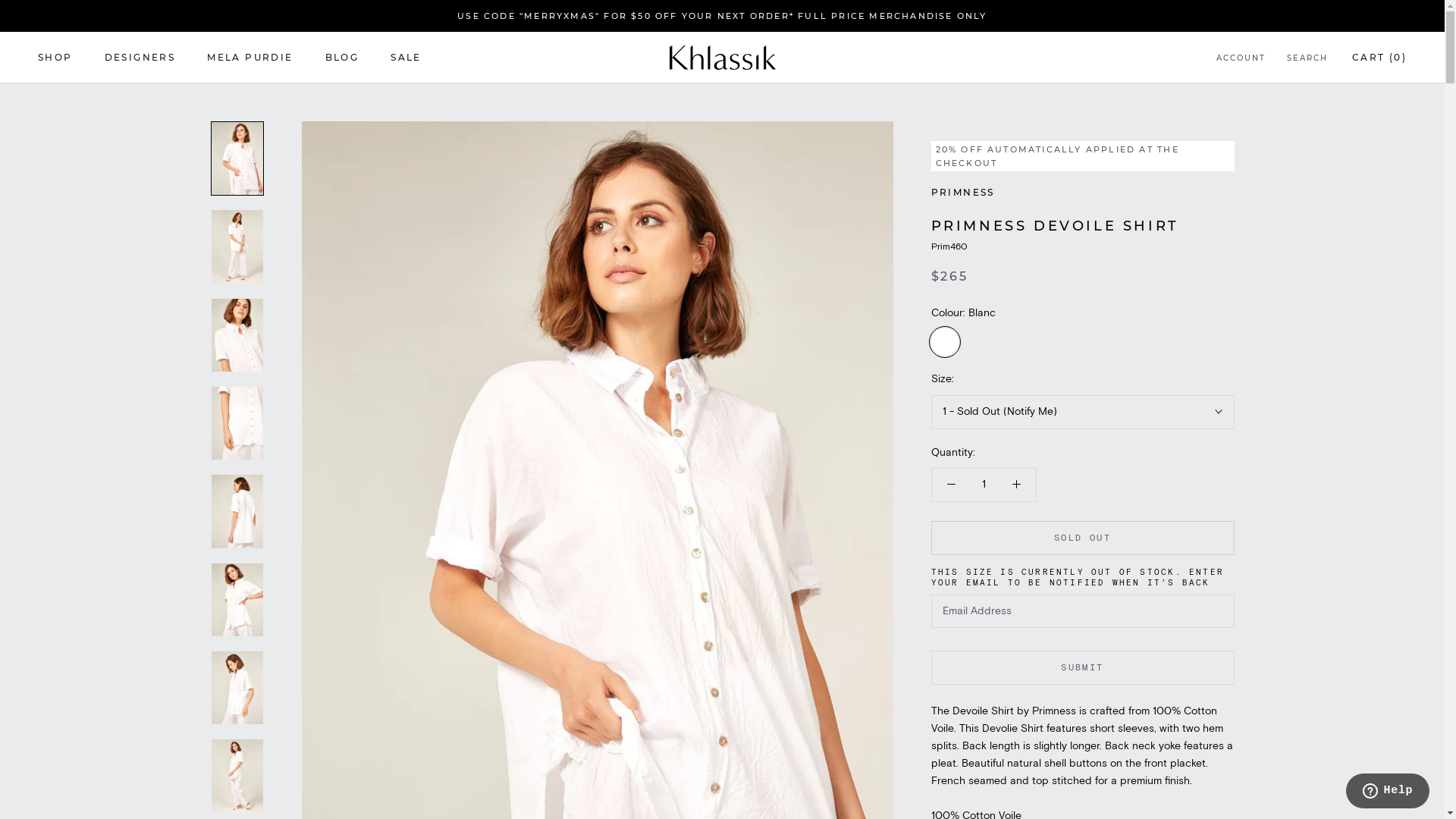 This screenshot has width=1456, height=819. What do you see at coordinates (1387, 792) in the screenshot?
I see `'Opens a widget where you can chat to one of our agents'` at bounding box center [1387, 792].